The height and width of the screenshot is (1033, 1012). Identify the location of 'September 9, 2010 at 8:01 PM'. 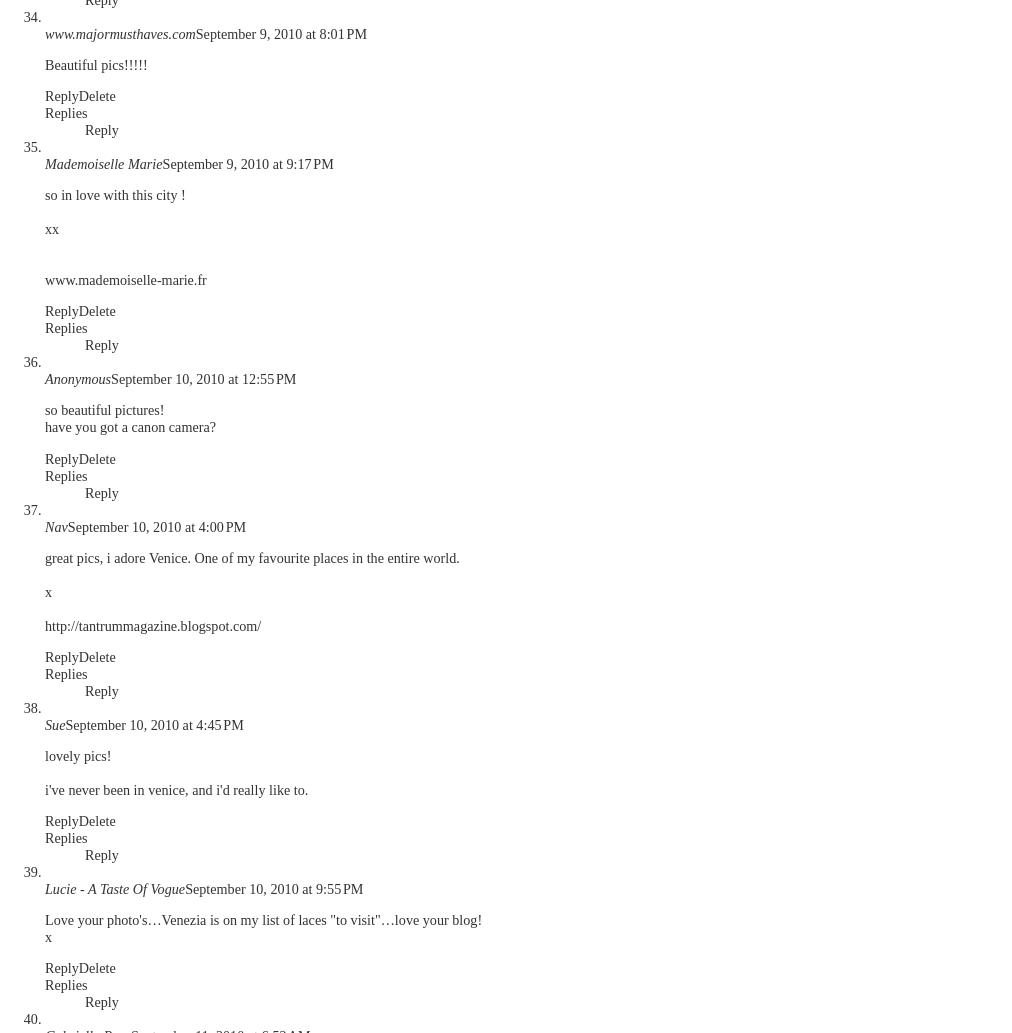
(195, 32).